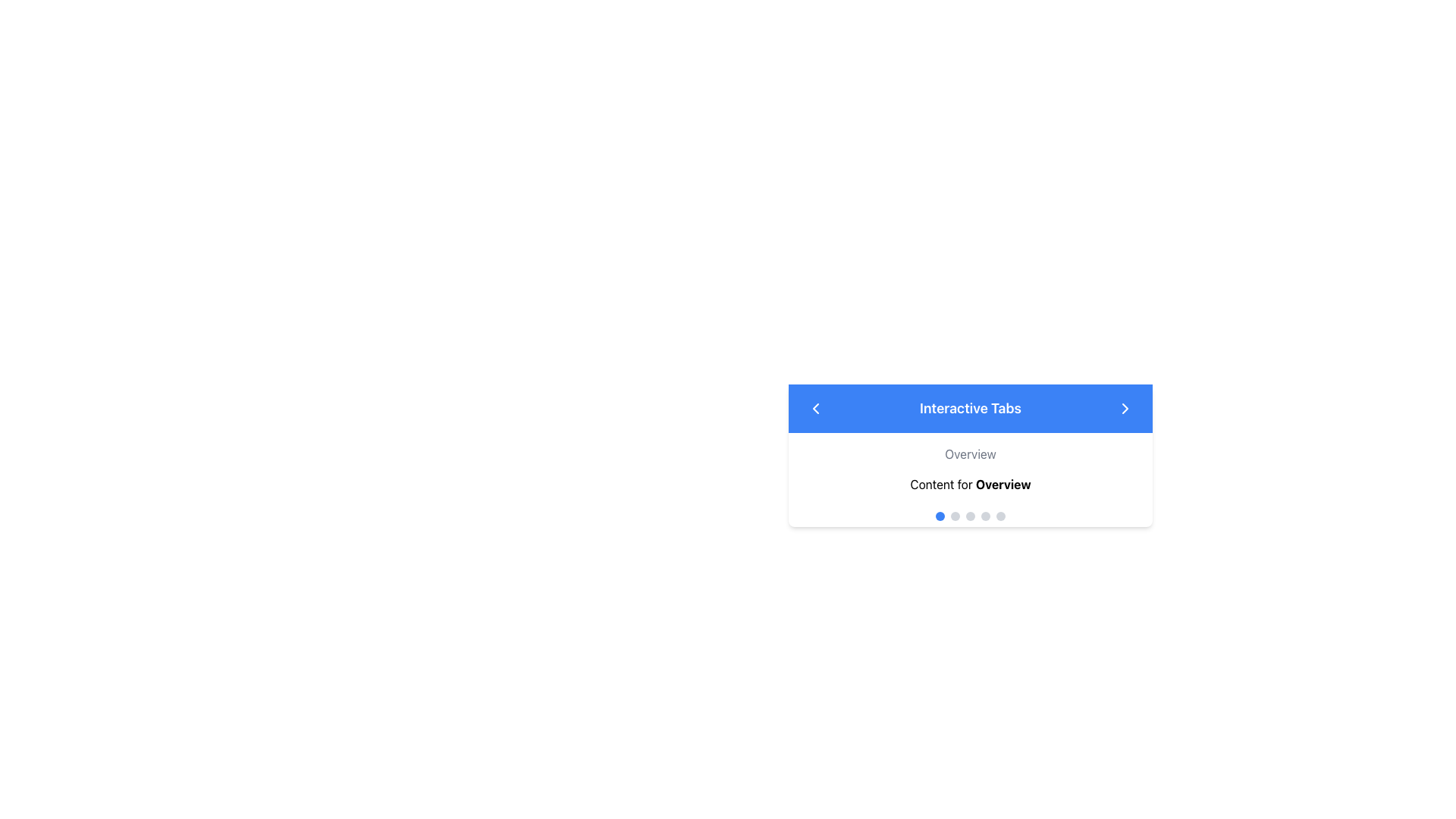 This screenshot has width=1456, height=819. I want to click on the blue header banner labeled 'Interactive Tabs' to trigger hover effects, so click(971, 408).